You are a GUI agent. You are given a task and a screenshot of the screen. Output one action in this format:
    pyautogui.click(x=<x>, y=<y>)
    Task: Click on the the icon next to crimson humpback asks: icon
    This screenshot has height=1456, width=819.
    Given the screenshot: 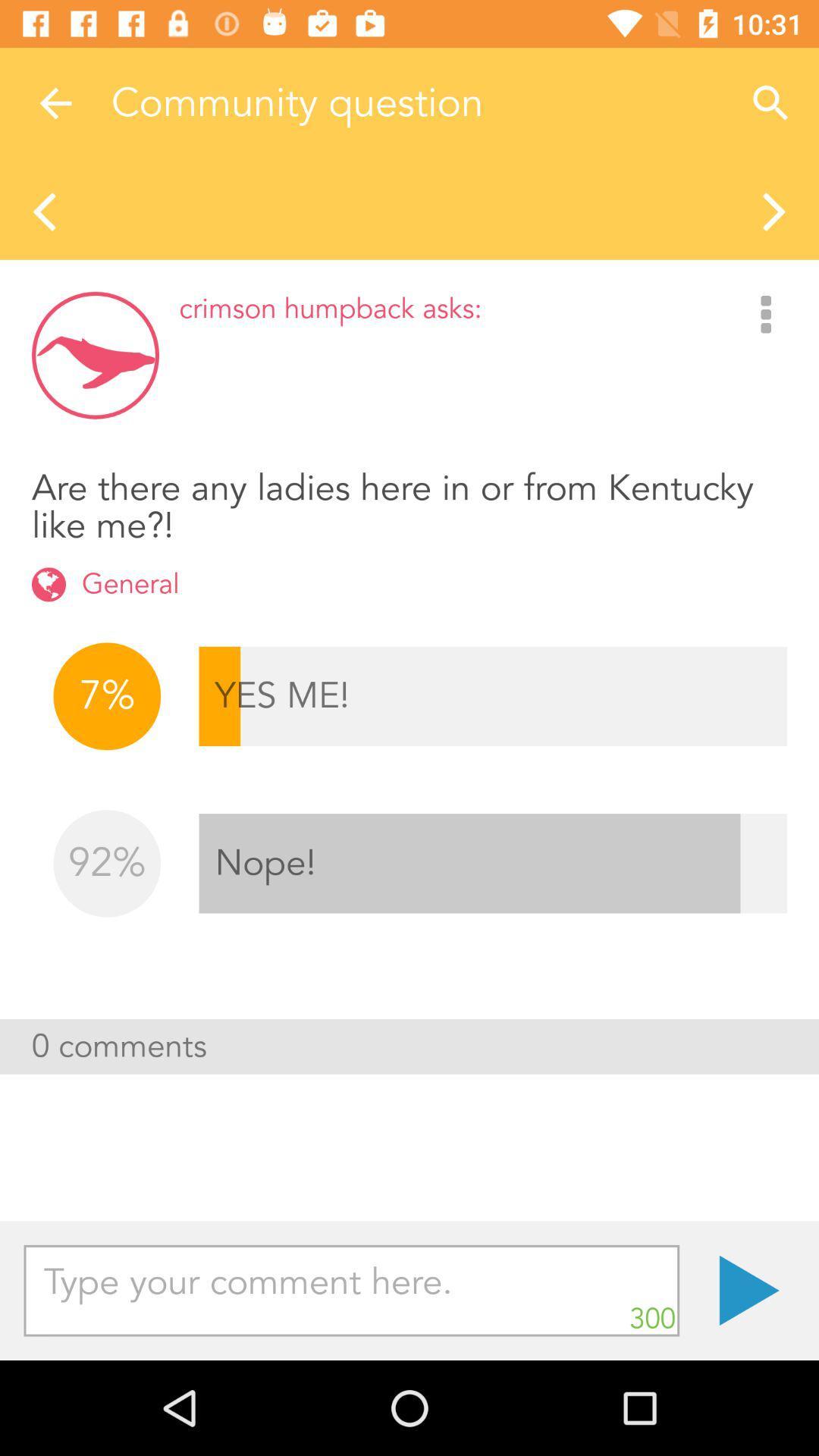 What is the action you would take?
    pyautogui.click(x=766, y=315)
    